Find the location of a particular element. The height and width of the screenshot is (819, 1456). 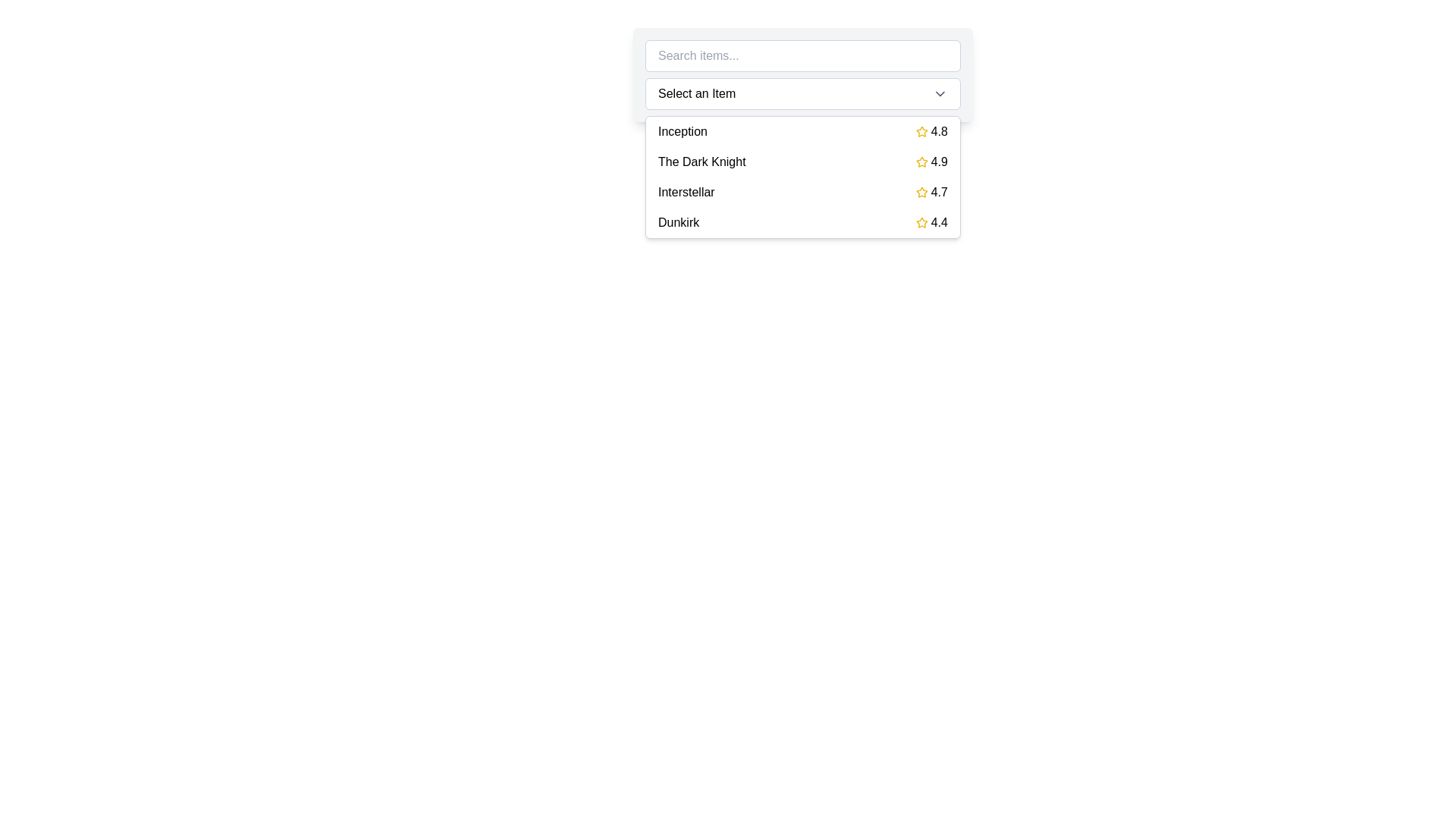

rating value displayed next to the movie title 'The Dark Knight', which is represented by a text label located within a list item, to the right of the title is located at coordinates (930, 162).